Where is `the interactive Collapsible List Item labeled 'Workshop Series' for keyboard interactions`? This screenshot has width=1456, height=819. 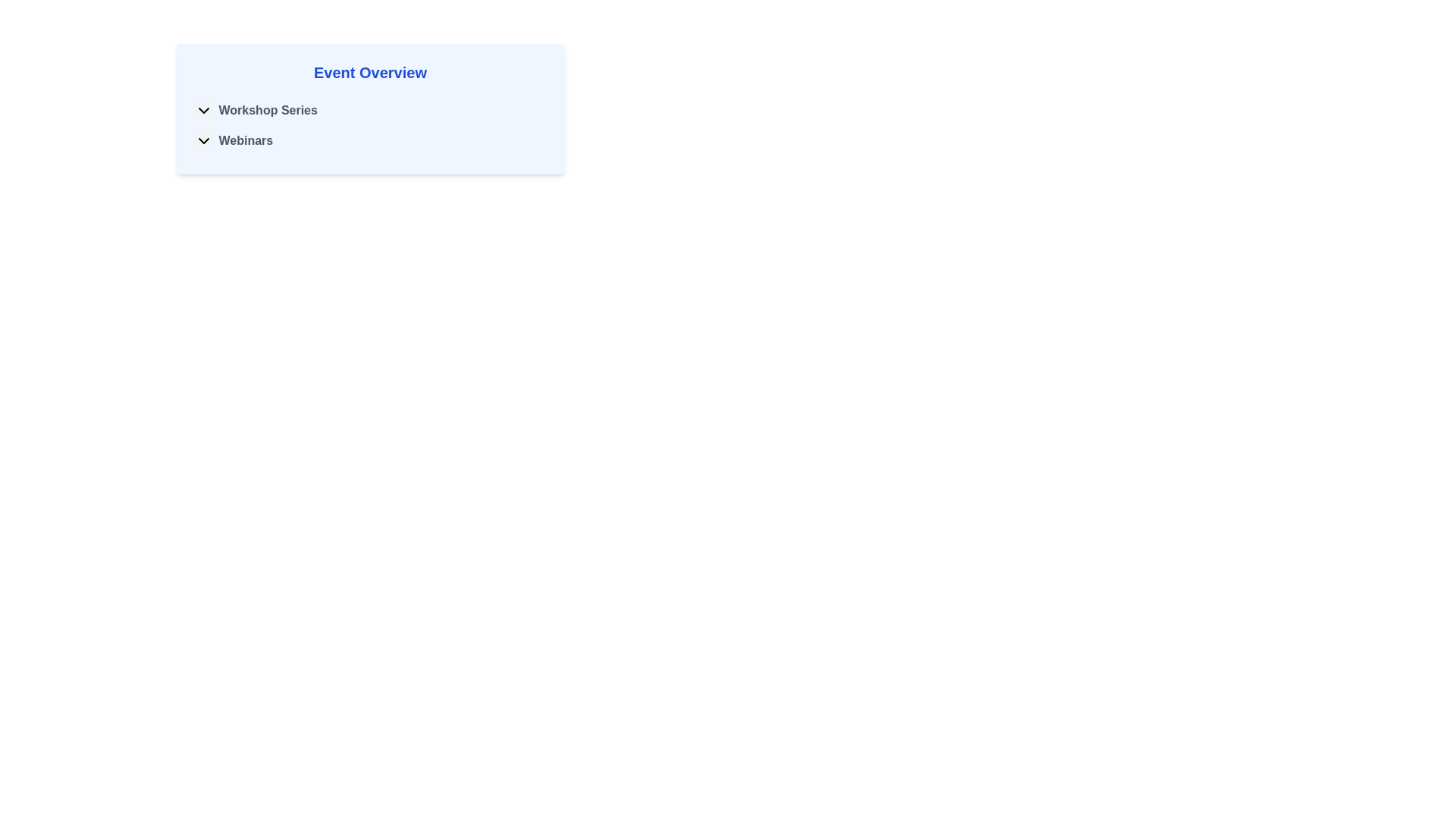
the interactive Collapsible List Item labeled 'Workshop Series' for keyboard interactions is located at coordinates (370, 110).